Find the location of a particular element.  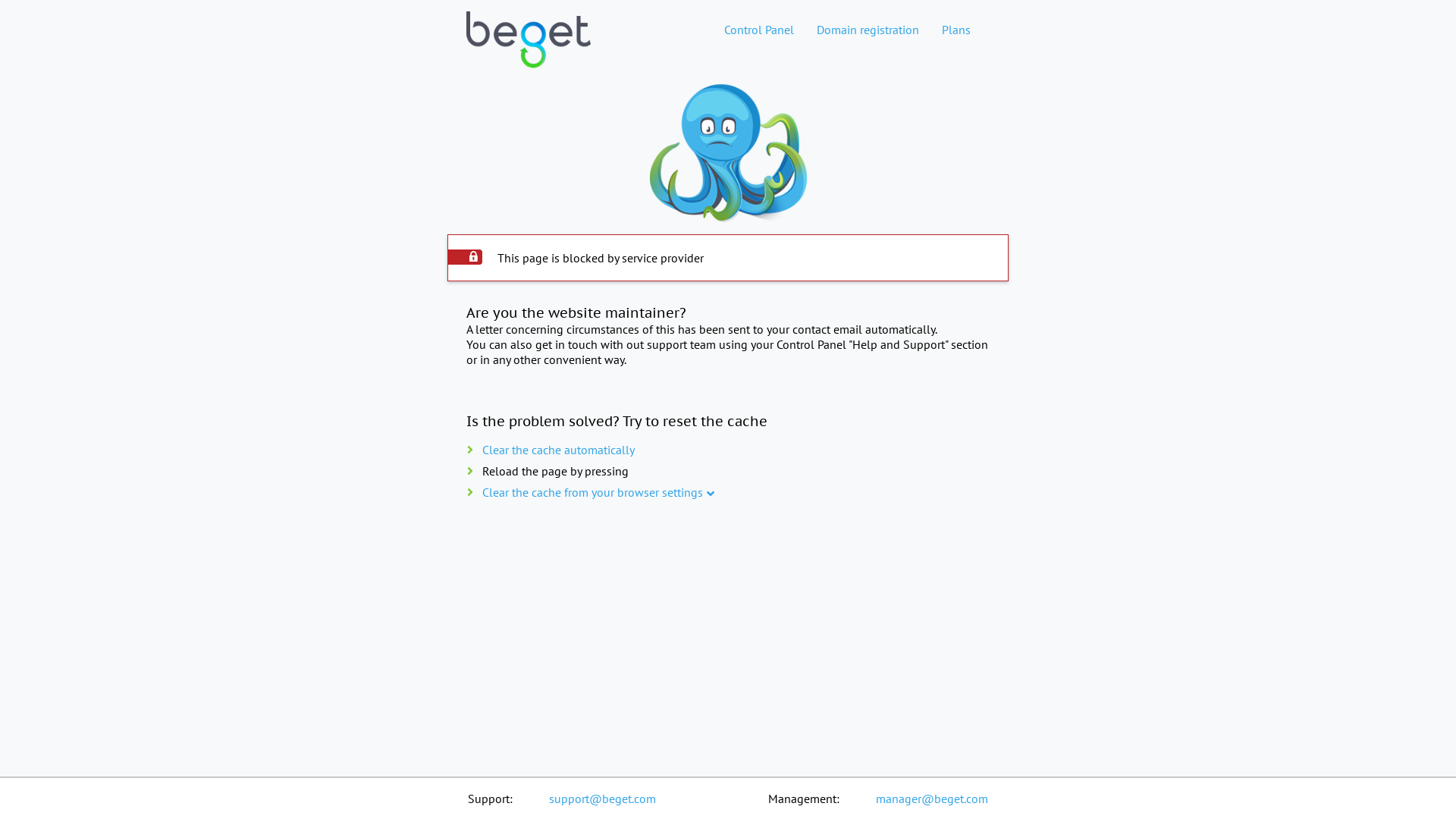

'Plans' is located at coordinates (930, 29).